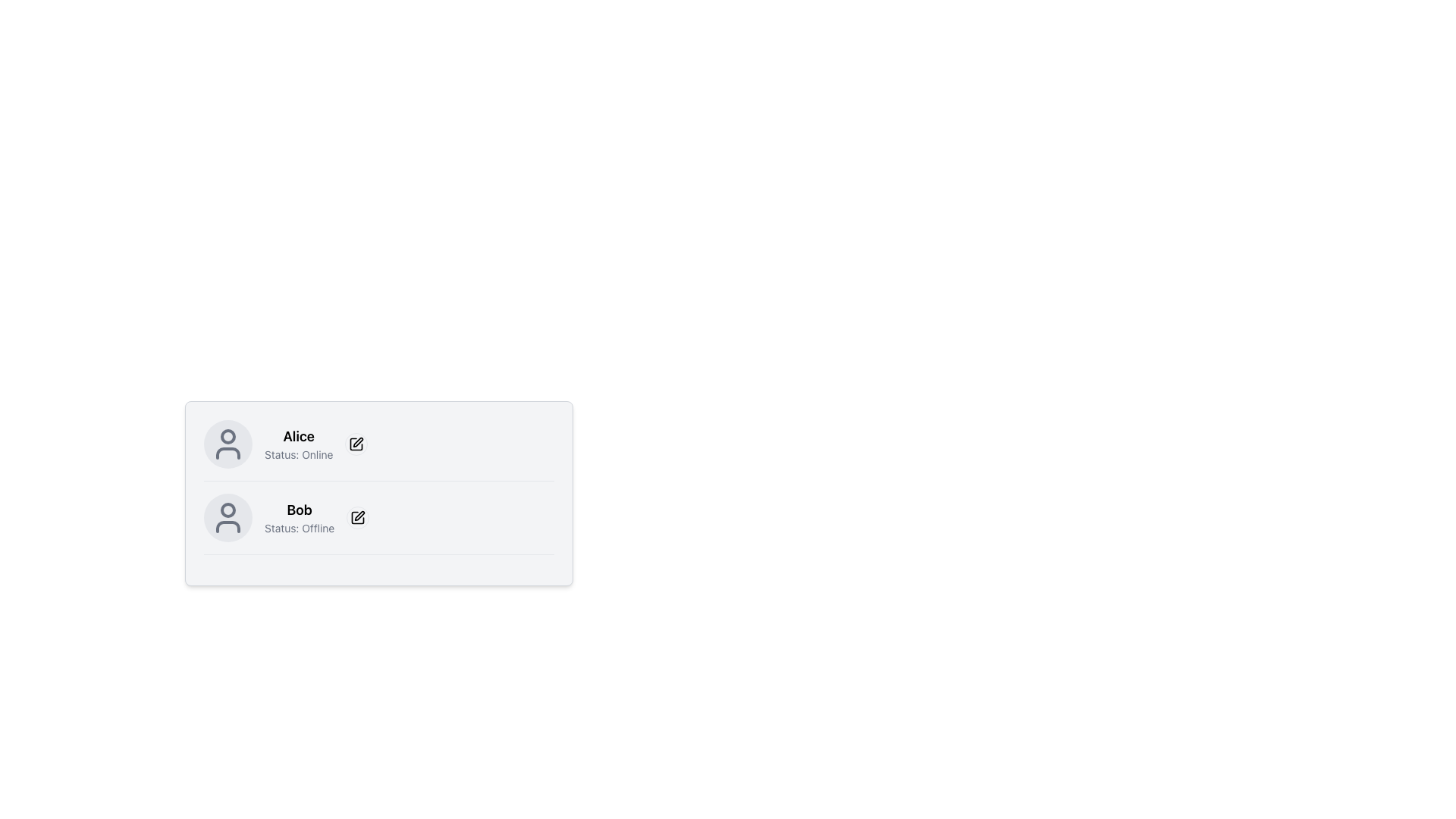  Describe the element at coordinates (356, 444) in the screenshot. I see `the circular button with a pen icon adjacent to 'Alice' in the user profile section` at that location.